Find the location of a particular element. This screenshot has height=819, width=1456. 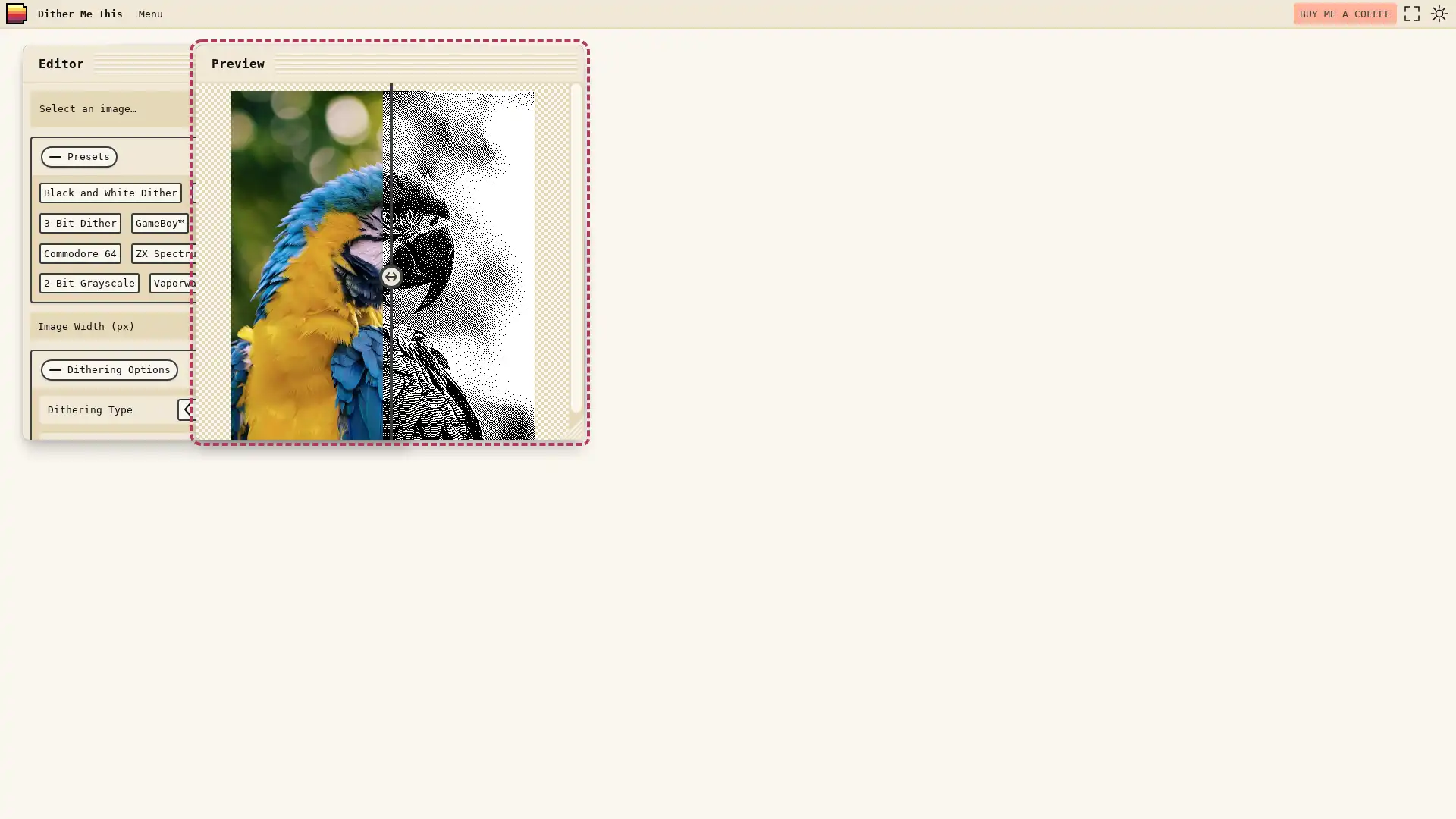

3 Bit Dither is located at coordinates (79, 222).